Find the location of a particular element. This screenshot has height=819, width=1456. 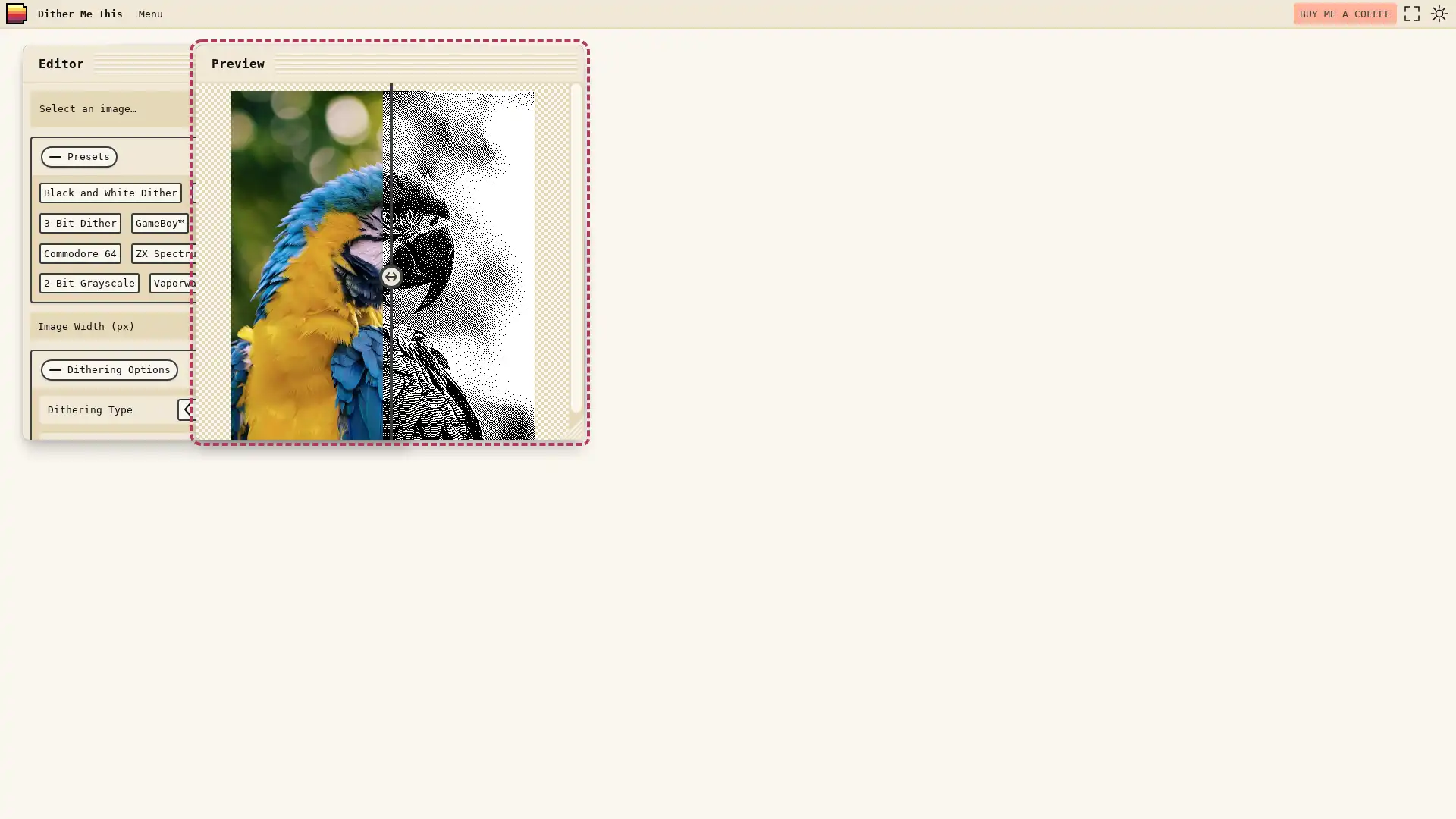

3 Bit Dither is located at coordinates (79, 222).